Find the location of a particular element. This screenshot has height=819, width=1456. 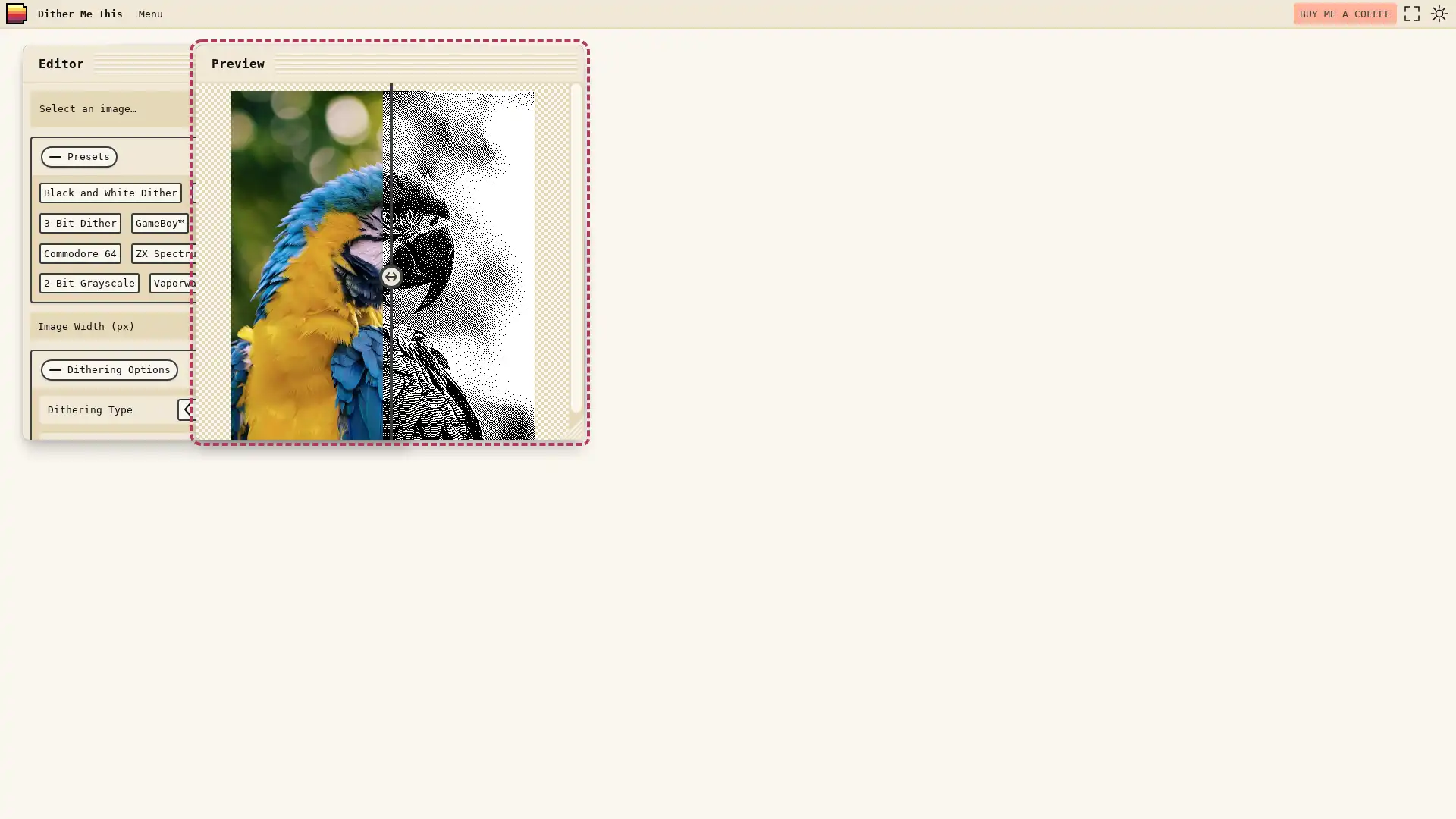

3 Bit Dither is located at coordinates (79, 222).